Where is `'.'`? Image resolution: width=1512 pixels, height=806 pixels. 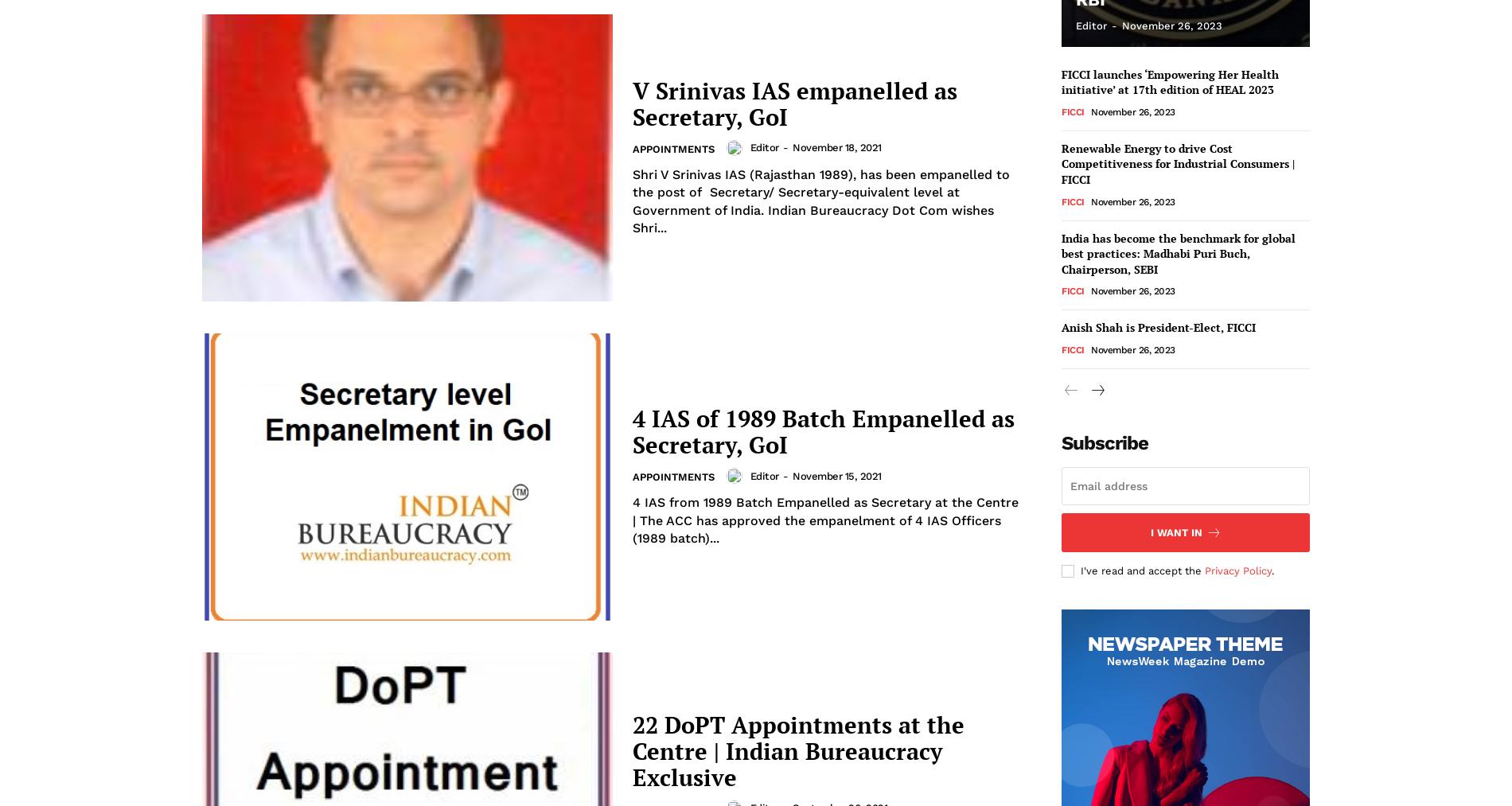 '.' is located at coordinates (1272, 570).